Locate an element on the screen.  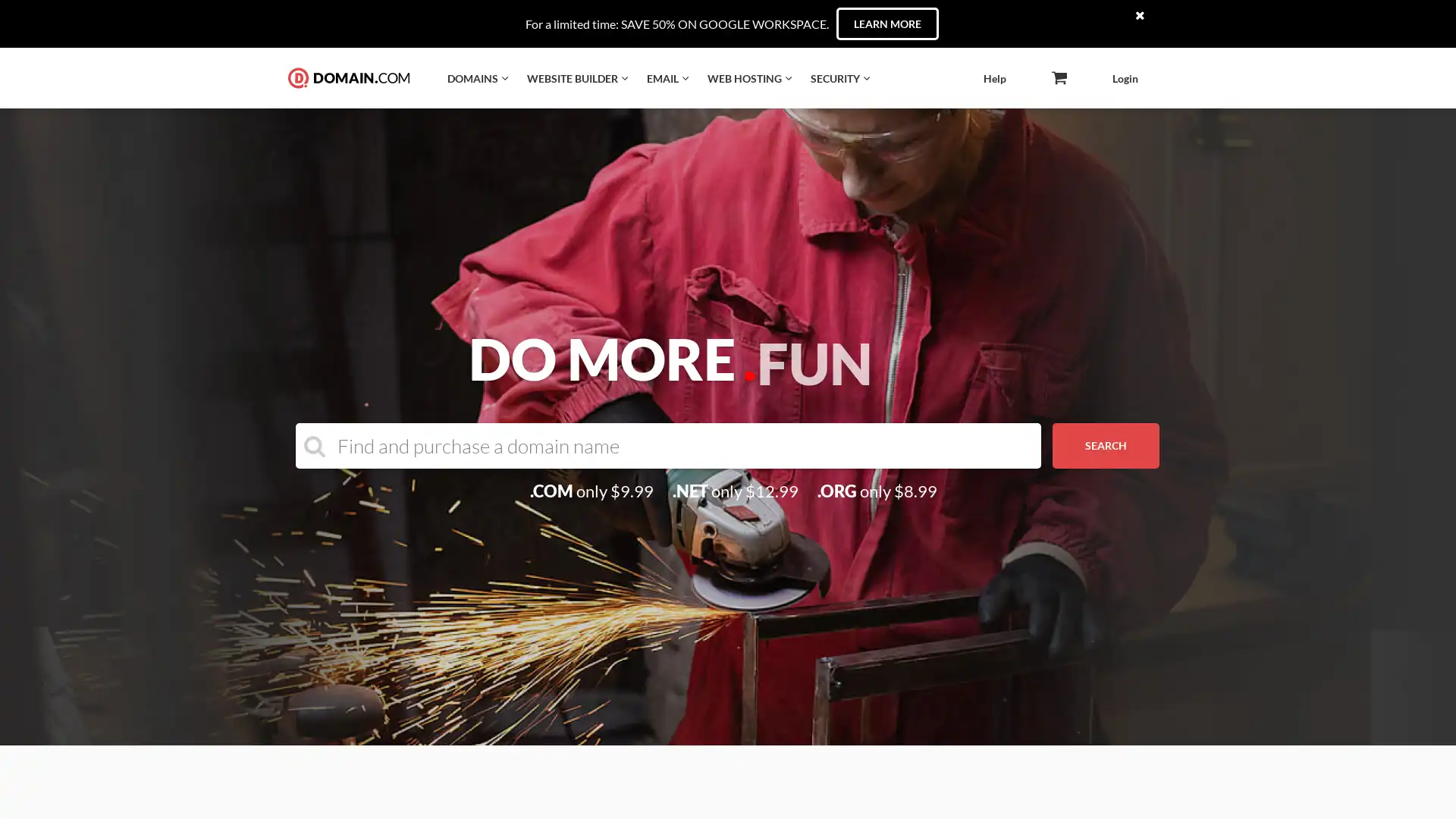
Got It is located at coordinates (154, 730).